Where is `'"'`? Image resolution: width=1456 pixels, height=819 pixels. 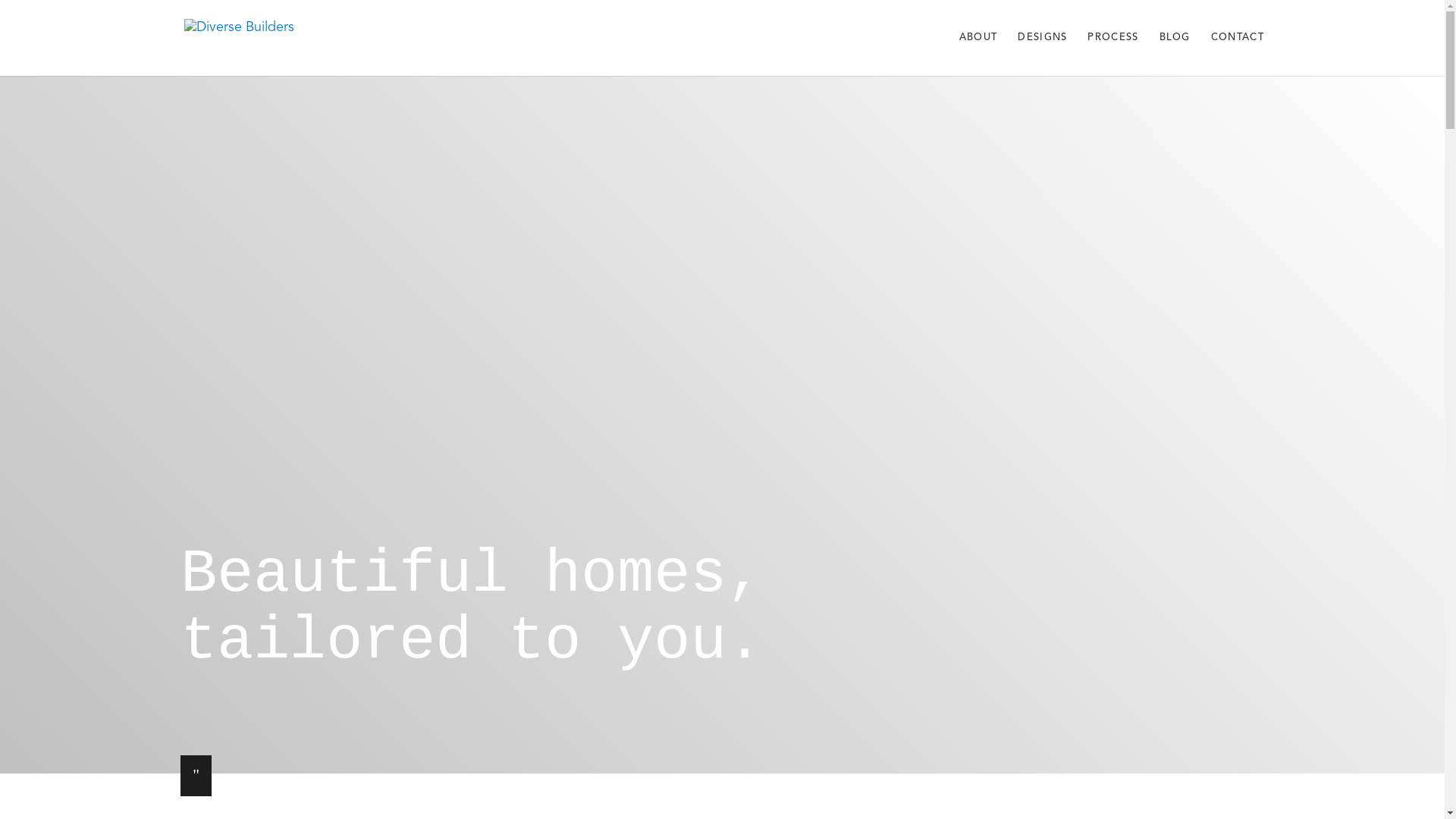 '"' is located at coordinates (180, 775).